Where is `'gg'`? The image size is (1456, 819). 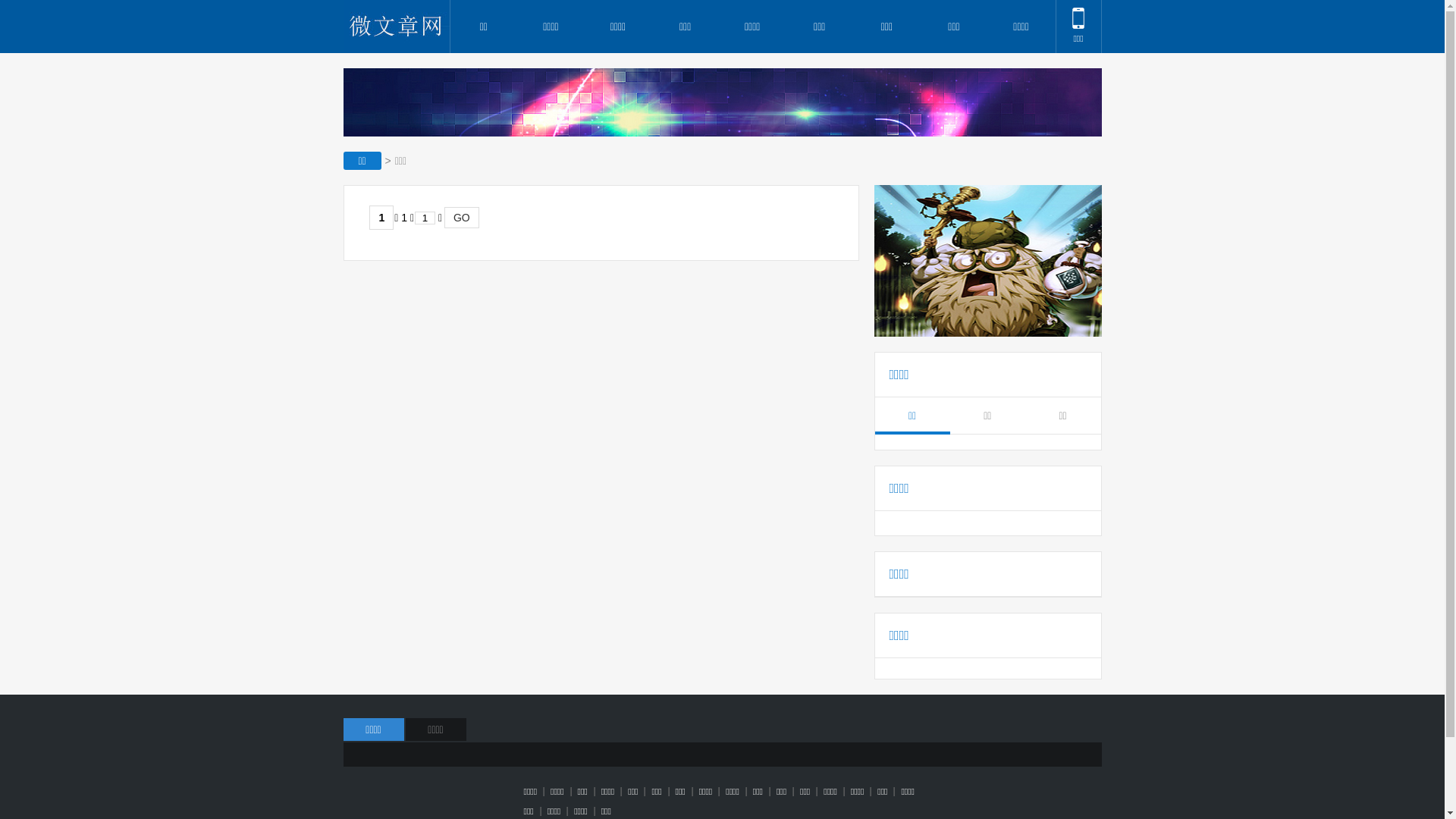
'gg' is located at coordinates (720, 102).